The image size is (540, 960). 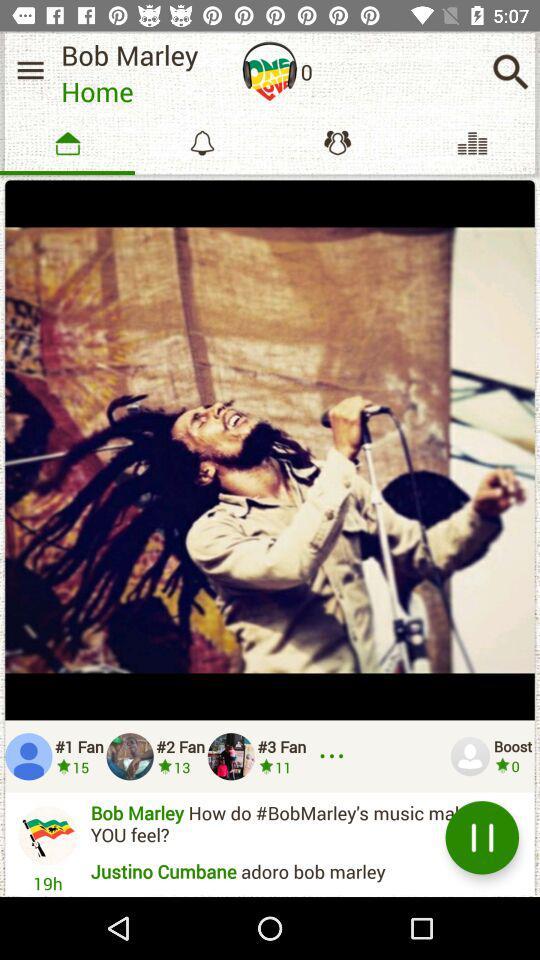 What do you see at coordinates (510, 71) in the screenshot?
I see `search bar` at bounding box center [510, 71].